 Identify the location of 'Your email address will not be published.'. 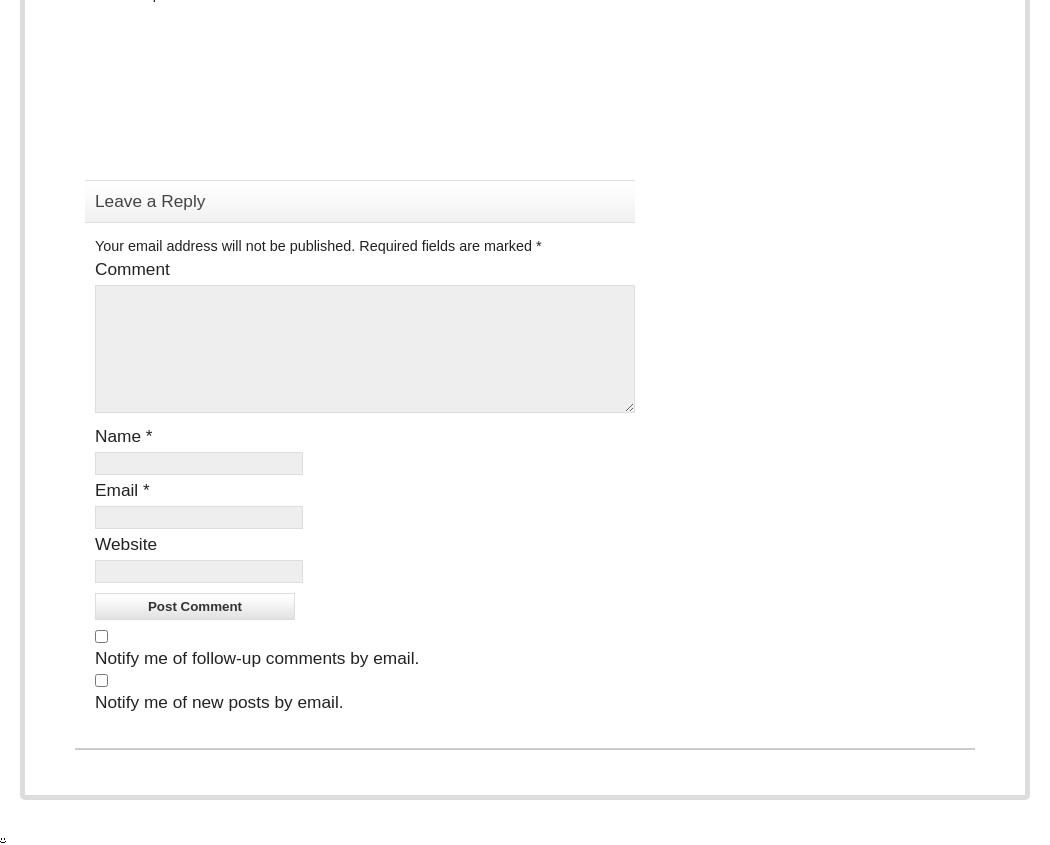
(95, 244).